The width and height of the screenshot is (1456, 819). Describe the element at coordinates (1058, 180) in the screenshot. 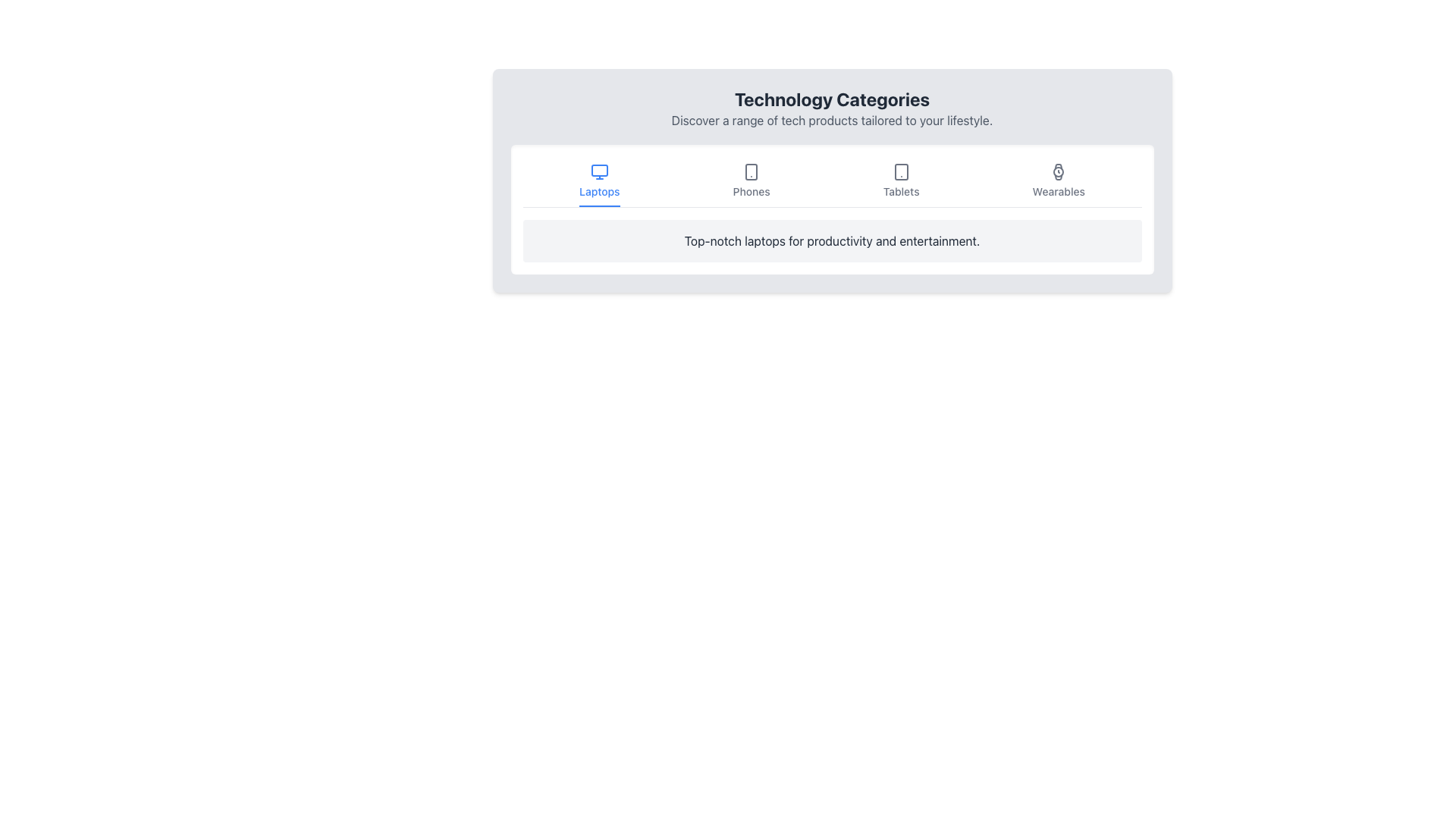

I see `the 'Wearables' button, which features a watch icon and a label styled in medium font size` at that location.